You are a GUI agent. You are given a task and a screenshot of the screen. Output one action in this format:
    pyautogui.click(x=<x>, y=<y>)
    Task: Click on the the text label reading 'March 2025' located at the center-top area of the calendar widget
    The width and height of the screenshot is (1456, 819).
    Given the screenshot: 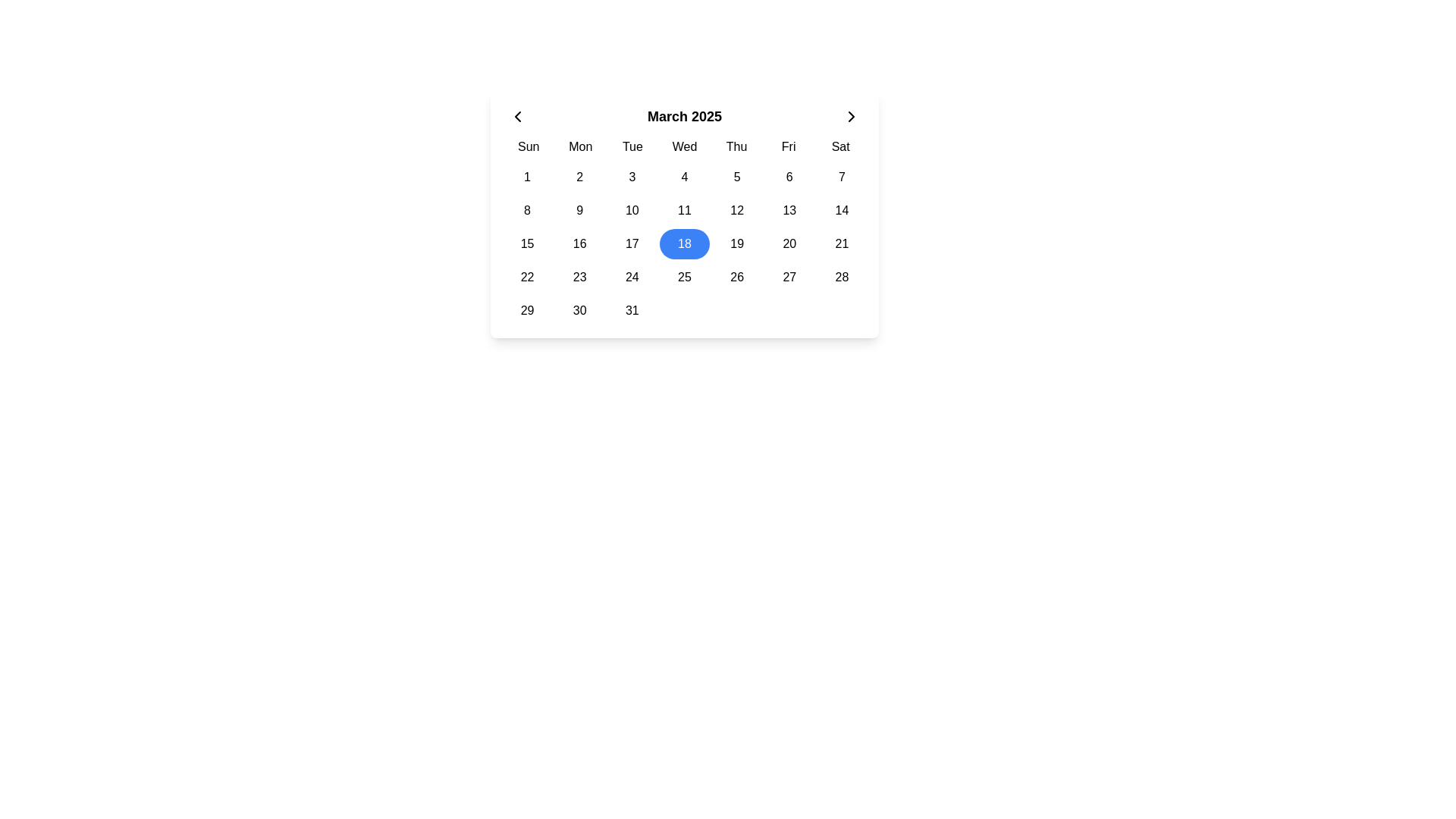 What is the action you would take?
    pyautogui.click(x=683, y=116)
    